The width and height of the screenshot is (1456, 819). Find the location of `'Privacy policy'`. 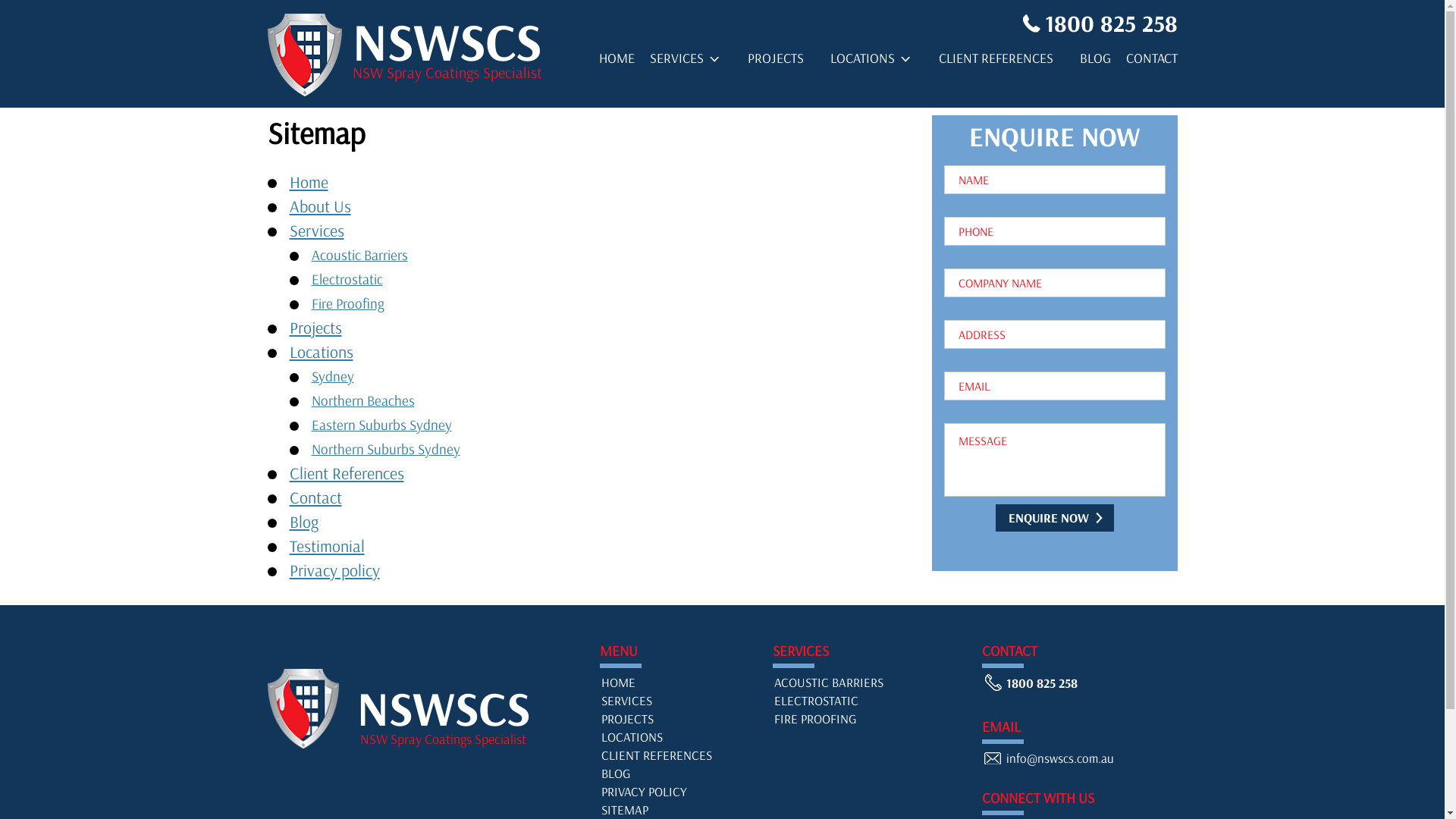

'Privacy policy' is located at coordinates (290, 570).